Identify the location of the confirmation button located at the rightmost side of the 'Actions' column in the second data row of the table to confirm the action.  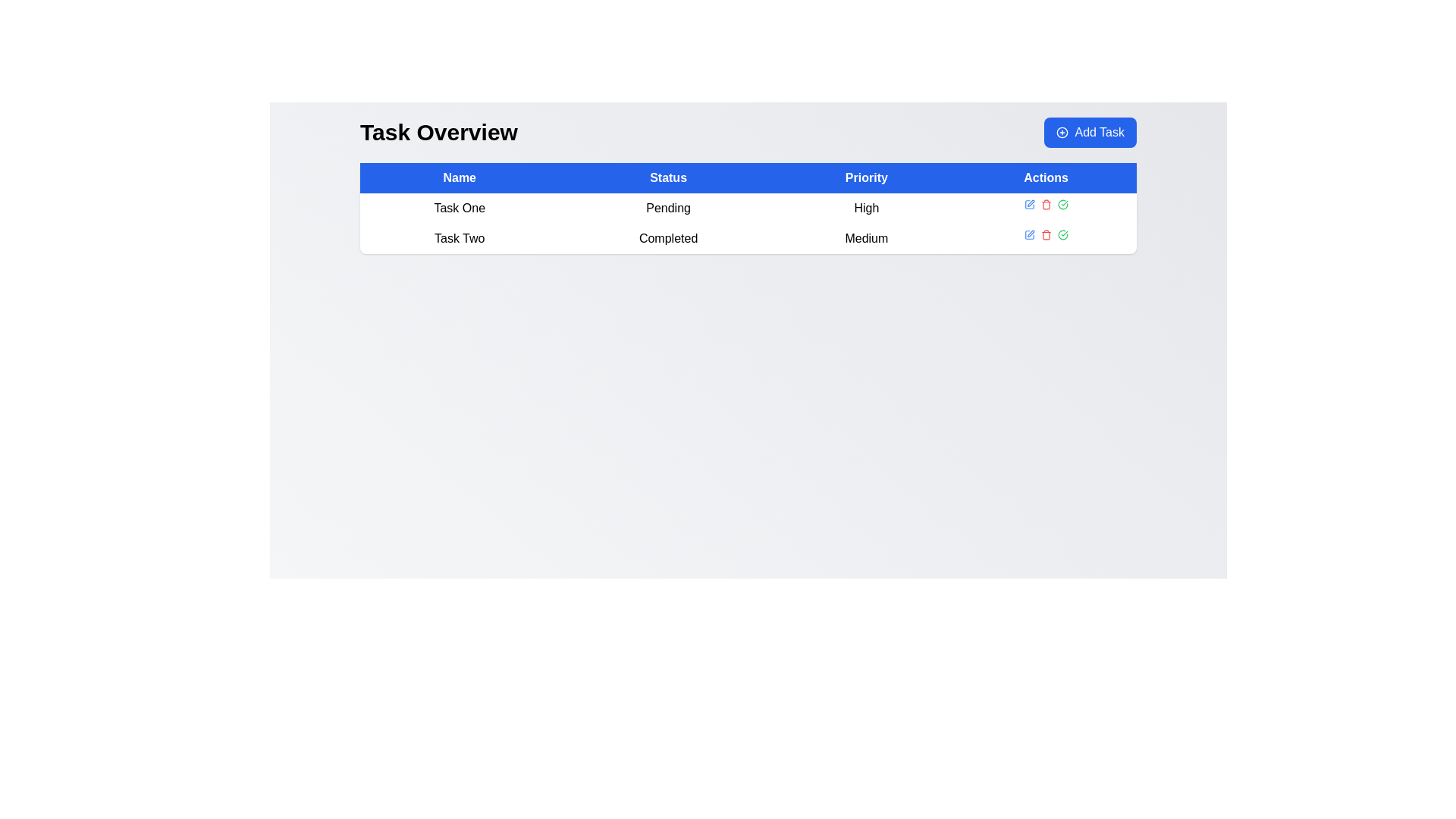
(1062, 234).